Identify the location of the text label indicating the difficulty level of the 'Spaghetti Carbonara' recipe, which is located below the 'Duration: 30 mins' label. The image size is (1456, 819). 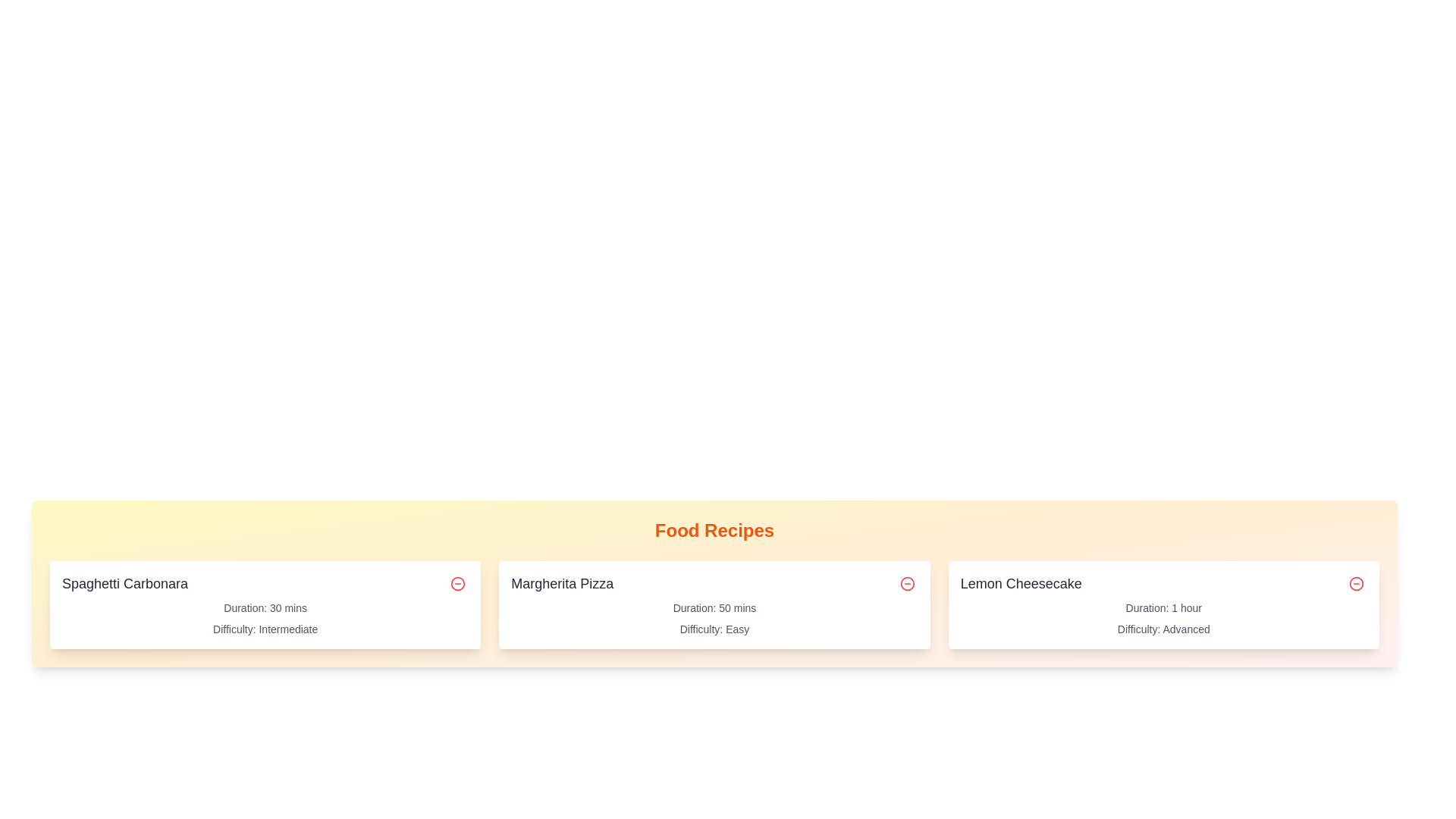
(265, 629).